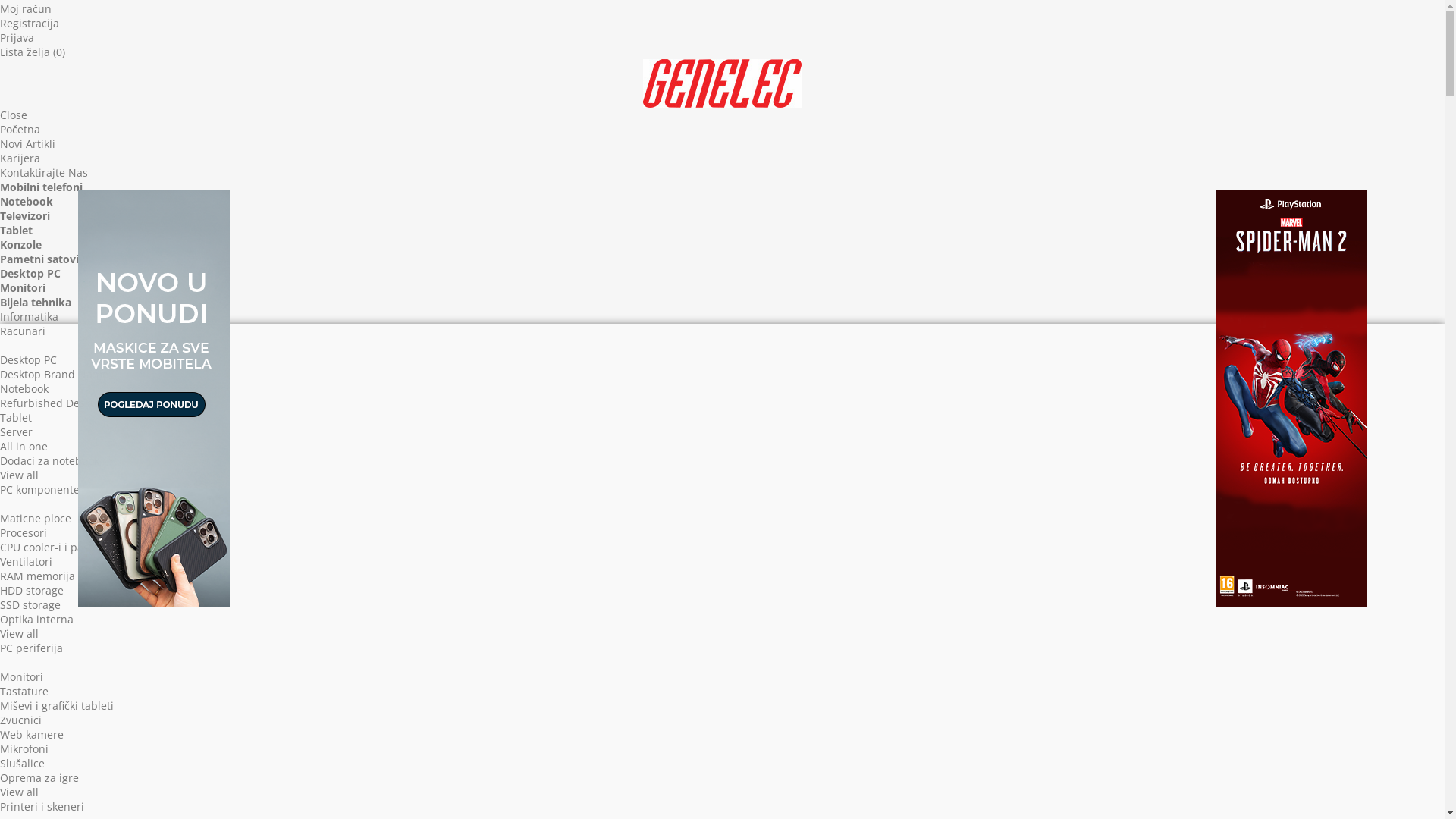 Image resolution: width=1456 pixels, height=819 pixels. What do you see at coordinates (0, 243) in the screenshot?
I see `'Konzole'` at bounding box center [0, 243].